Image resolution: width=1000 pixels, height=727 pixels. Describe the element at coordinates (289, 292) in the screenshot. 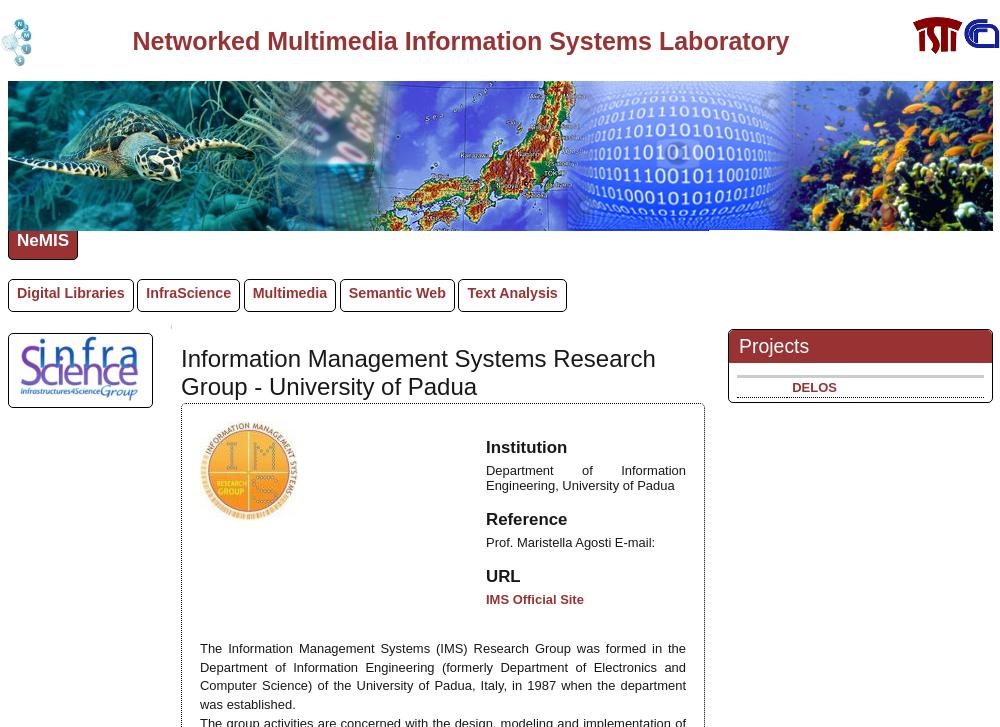

I see `'Multimedia'` at that location.